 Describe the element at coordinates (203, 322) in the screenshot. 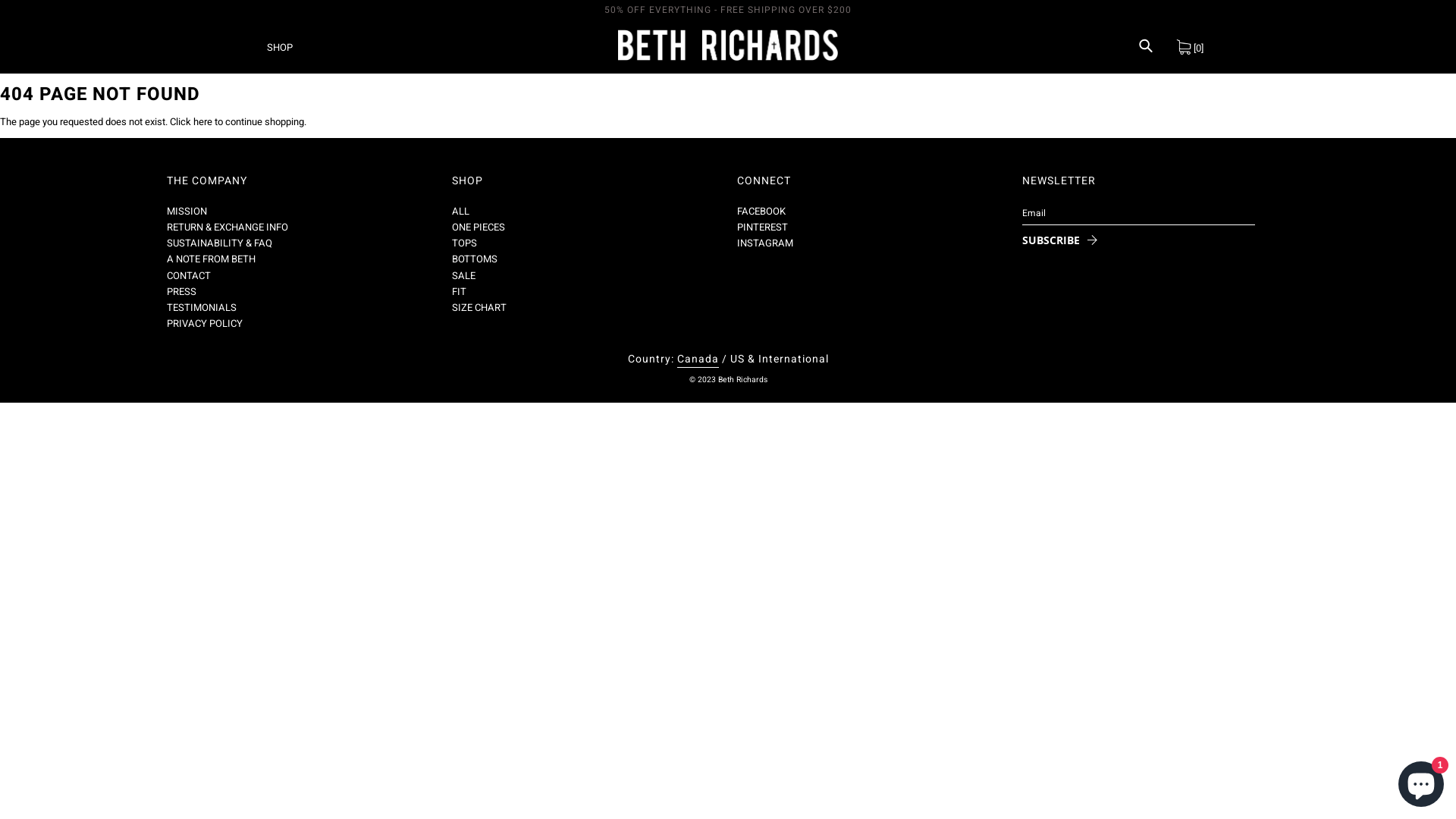

I see `'PRIVACY POLICY'` at that location.